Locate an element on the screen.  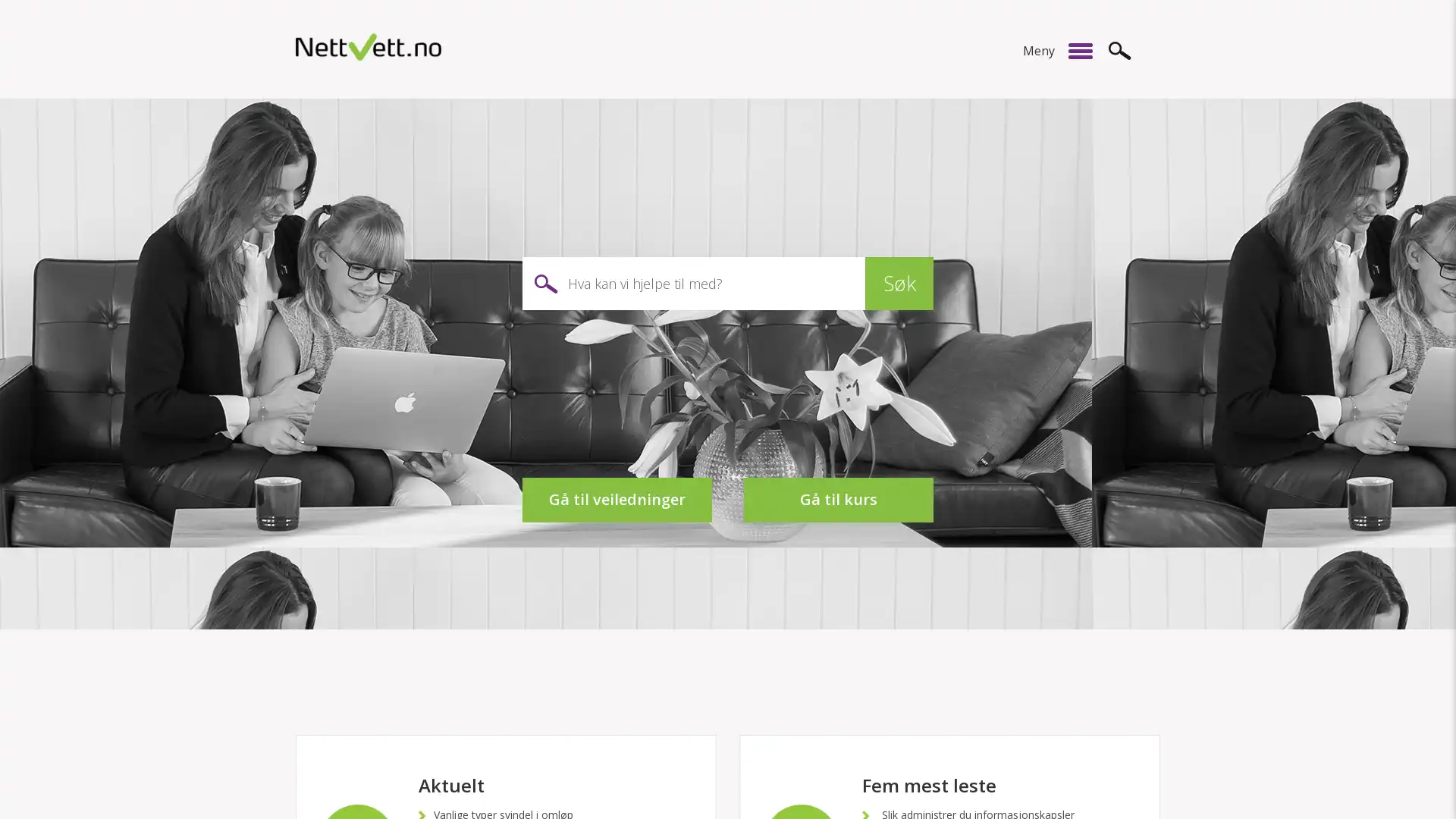
Sk is located at coordinates (1120, 49).